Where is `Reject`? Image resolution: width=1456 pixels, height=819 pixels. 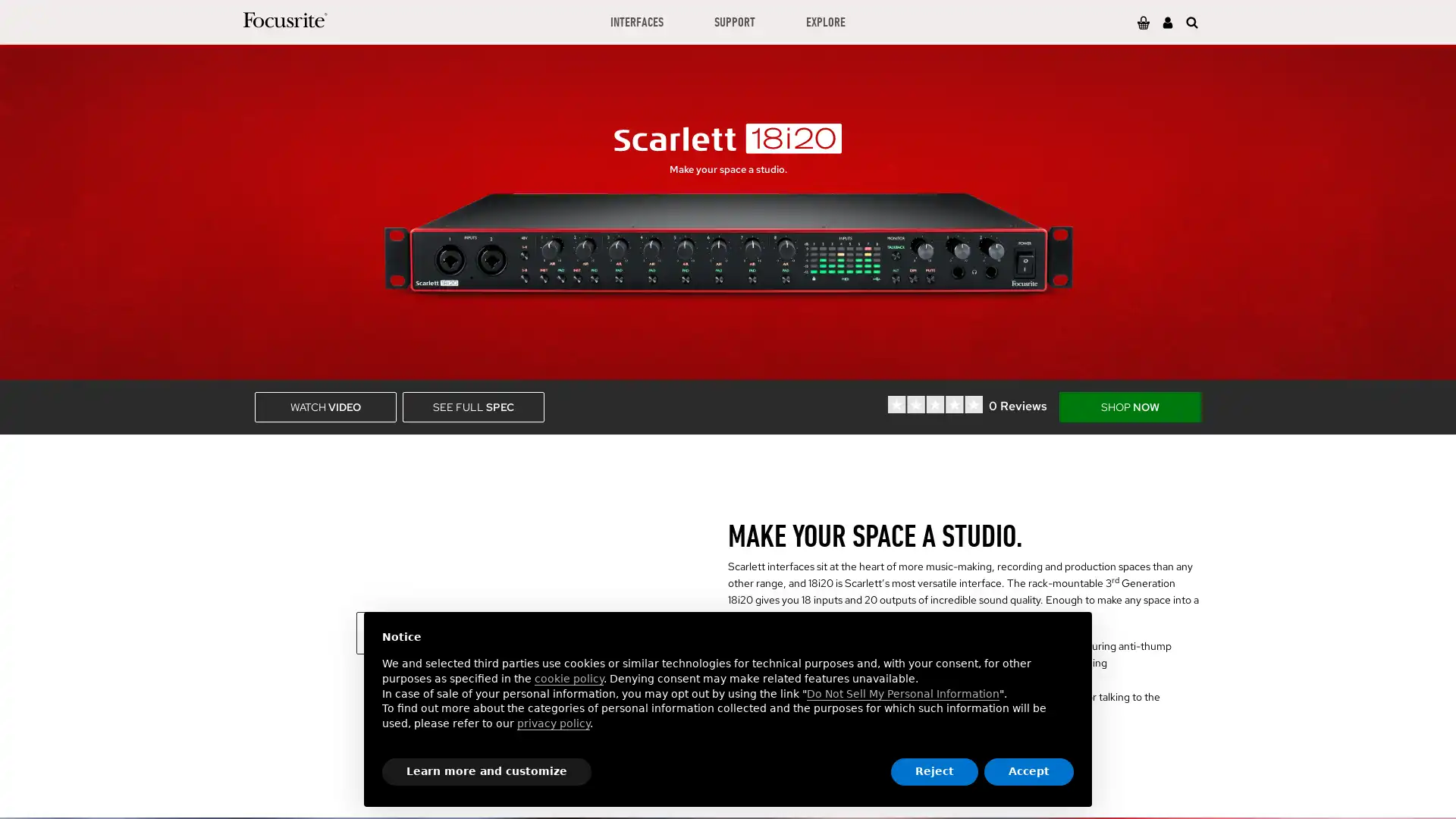
Reject is located at coordinates (934, 772).